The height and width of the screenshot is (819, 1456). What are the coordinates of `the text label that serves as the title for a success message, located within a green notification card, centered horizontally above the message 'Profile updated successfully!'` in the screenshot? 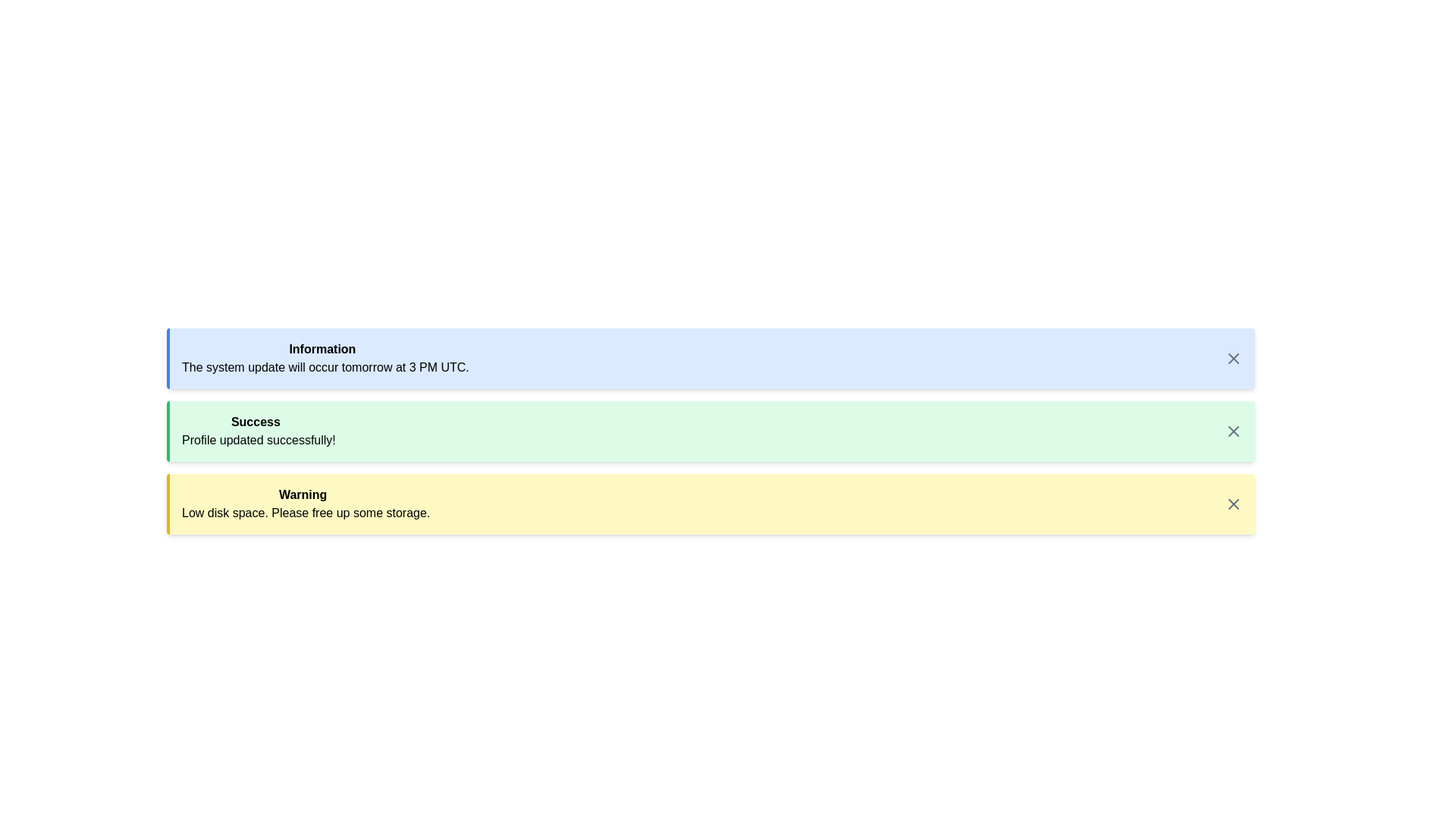 It's located at (256, 422).